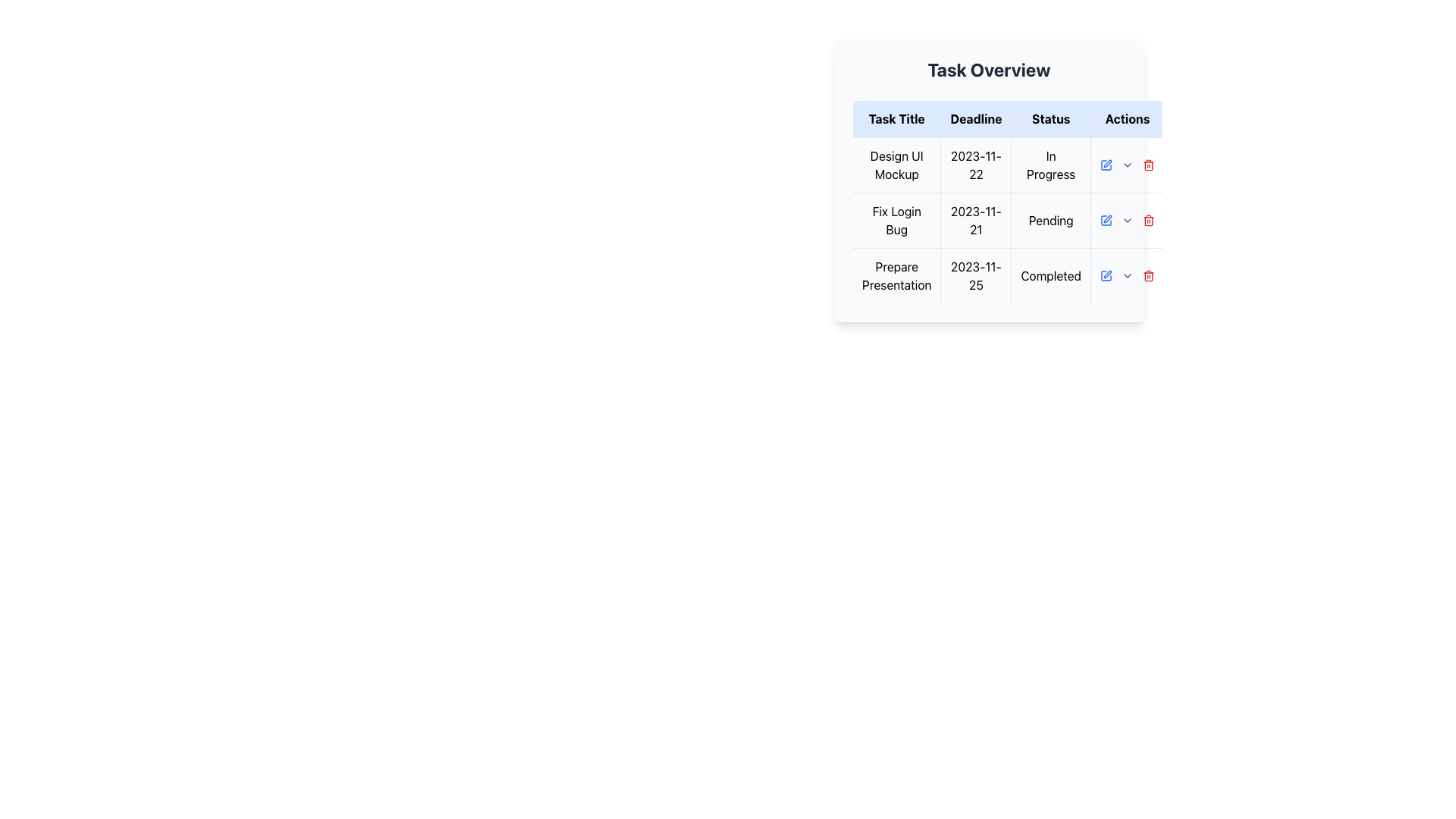  Describe the element at coordinates (1128, 220) in the screenshot. I see `the chevron icon in the Actions column of the second row under 'Task Overview'` at that location.